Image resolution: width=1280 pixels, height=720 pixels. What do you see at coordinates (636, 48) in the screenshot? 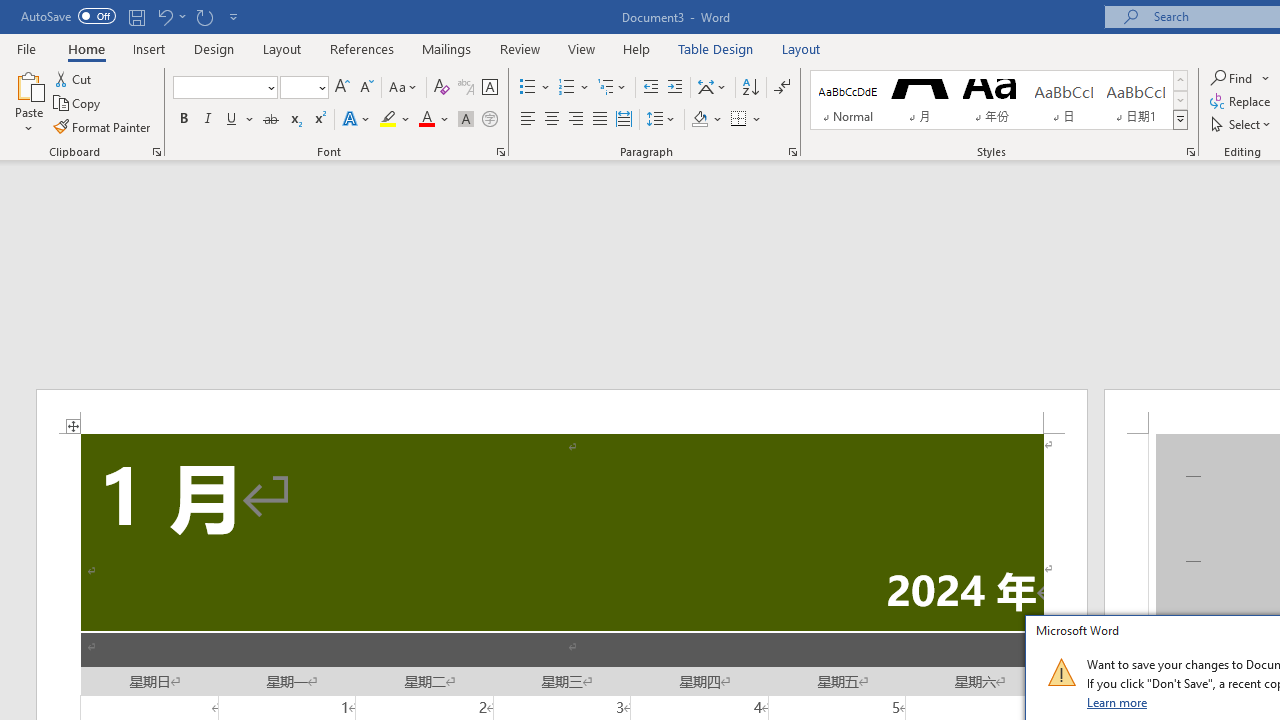
I see `'Help'` at bounding box center [636, 48].